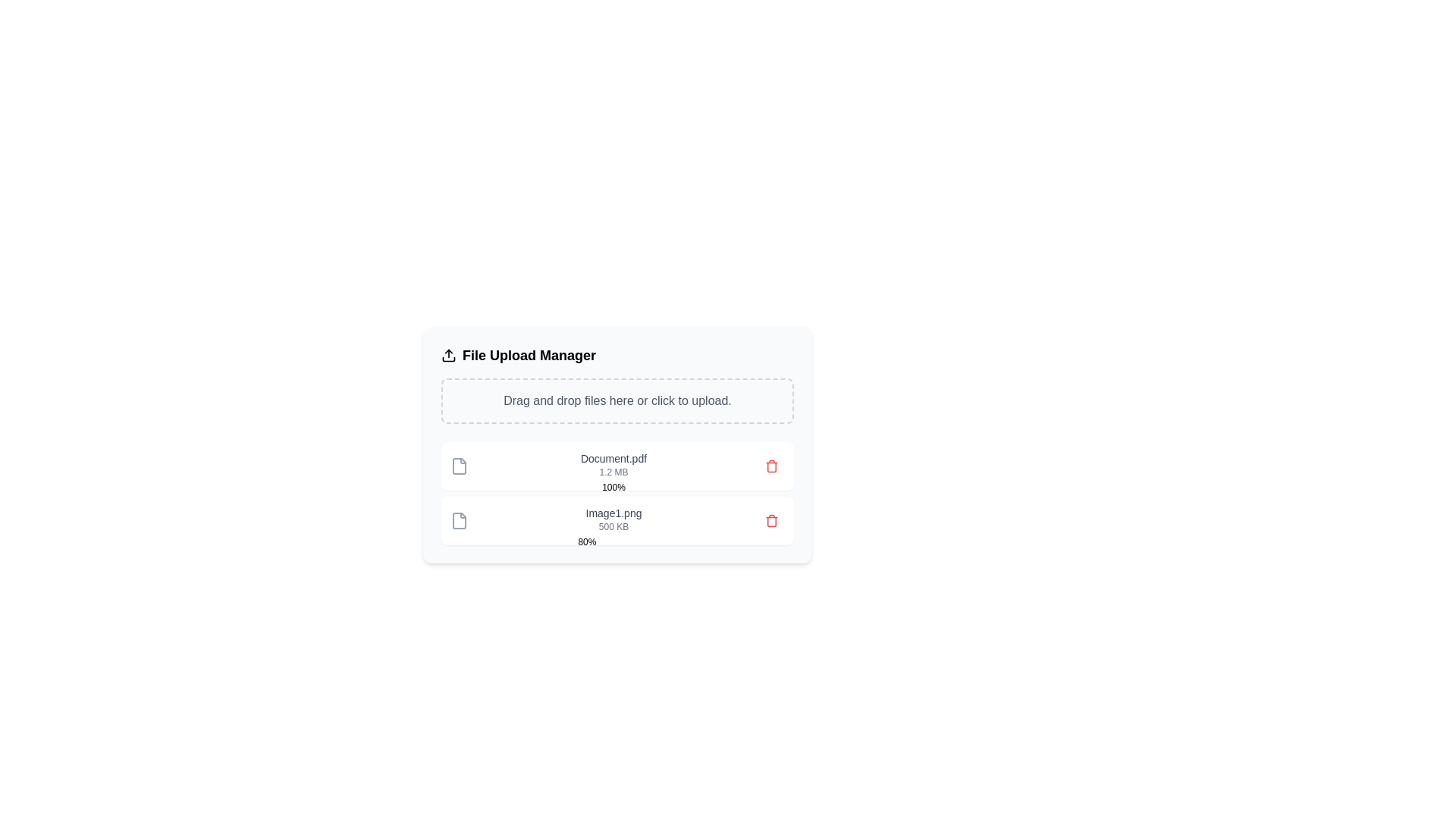 The image size is (1456, 819). Describe the element at coordinates (617, 400) in the screenshot. I see `the text element that instructs users to drag and drop files or click to upload, located in the upper part of the file upload manager UI` at that location.